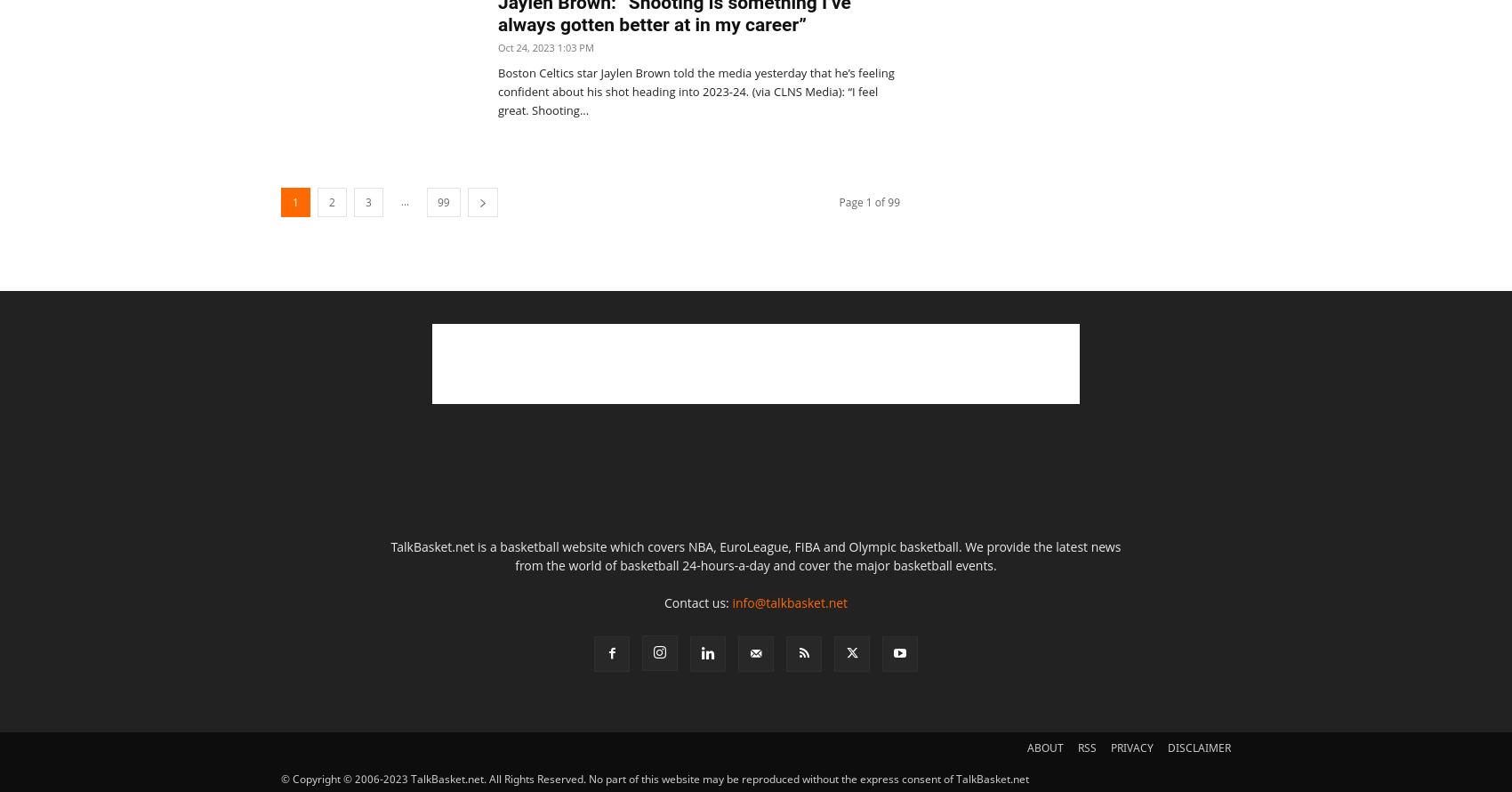 This screenshot has width=1512, height=792. I want to click on 'Page 1 of 99', so click(868, 201).